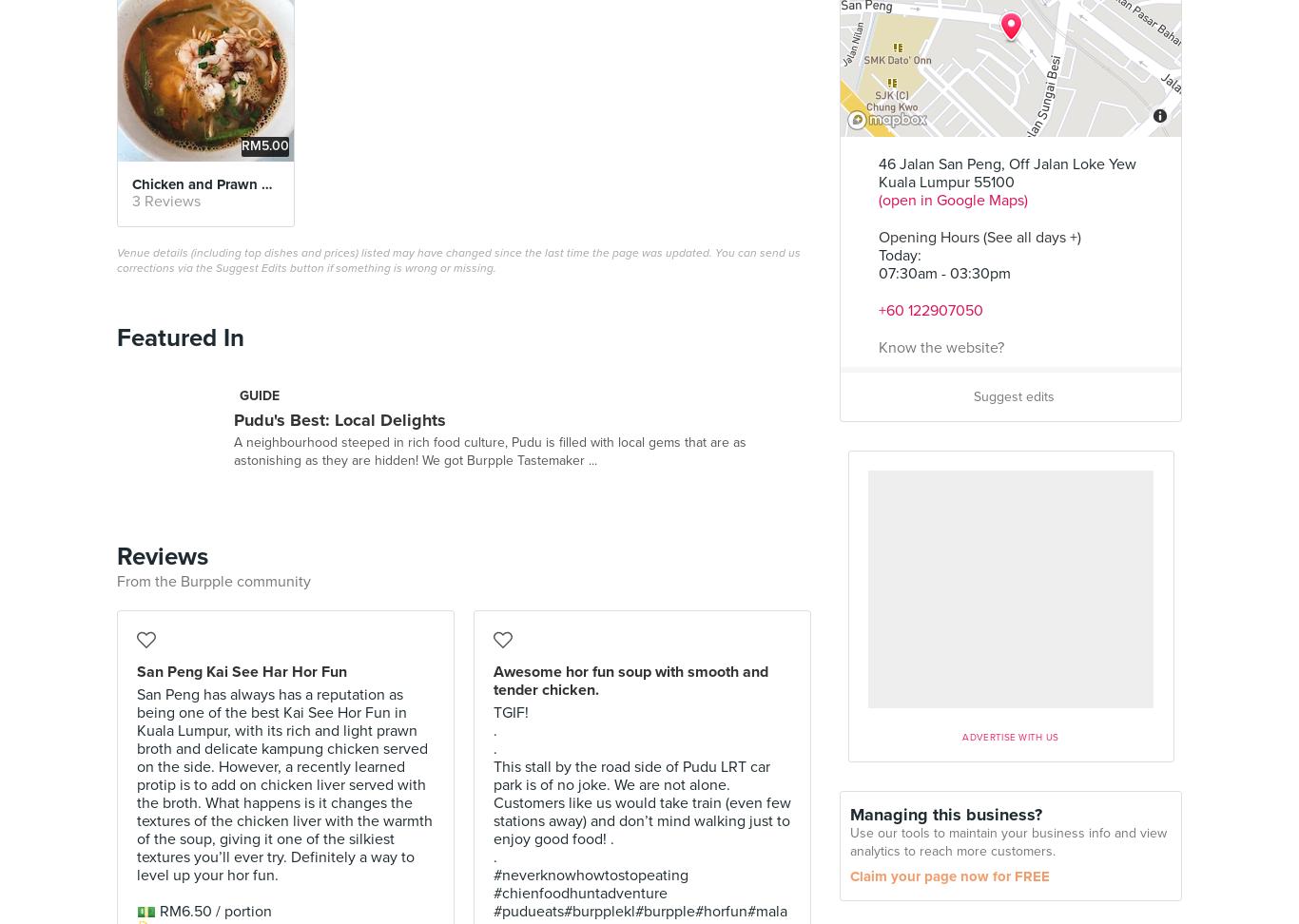  Describe the element at coordinates (1013, 396) in the screenshot. I see `'Suggest edits'` at that location.